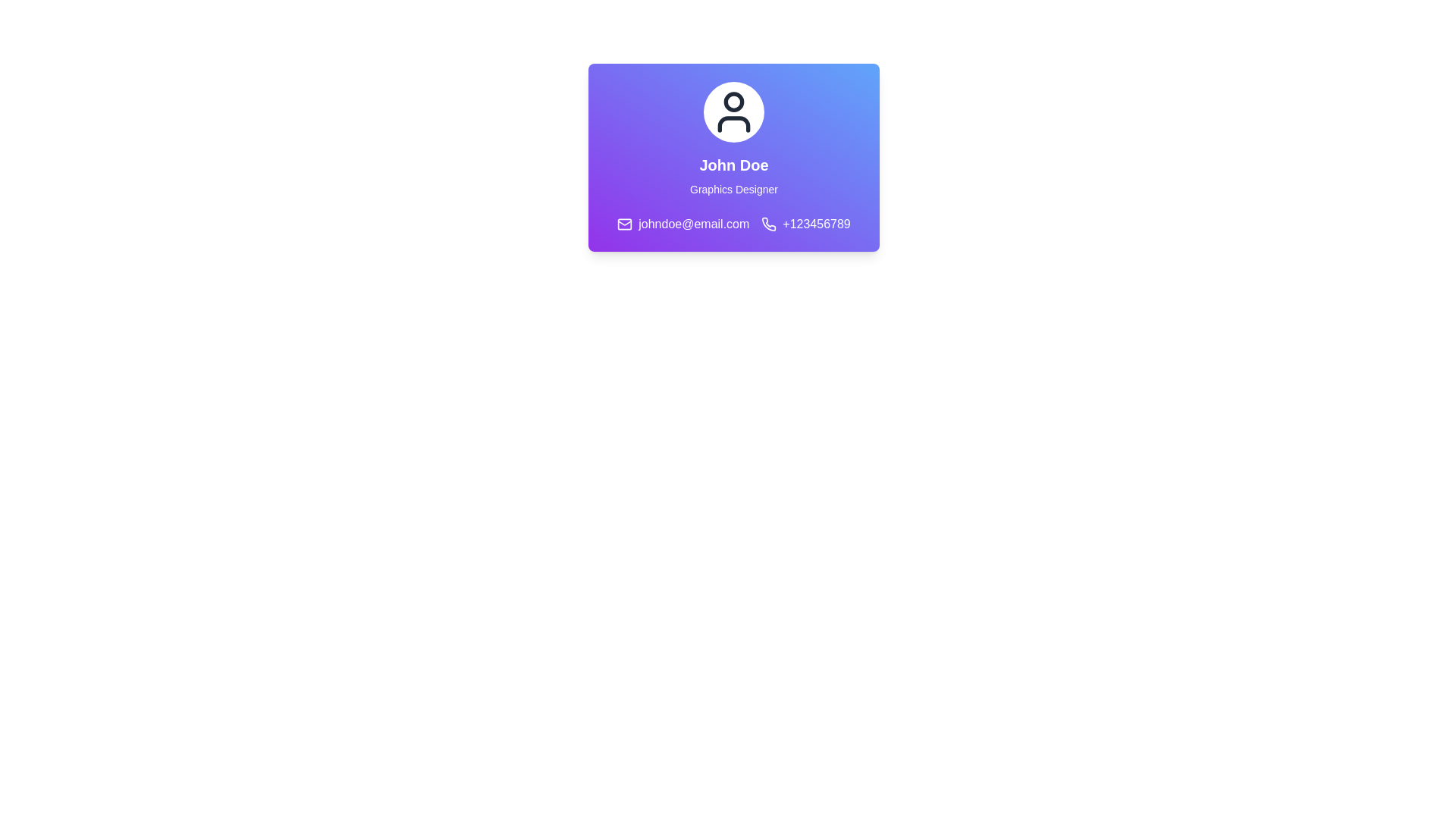 This screenshot has height=819, width=1456. Describe the element at coordinates (769, 224) in the screenshot. I see `the icon representing the phone number, which is positioned to the immediate left of the contact number '+123456789'` at that location.